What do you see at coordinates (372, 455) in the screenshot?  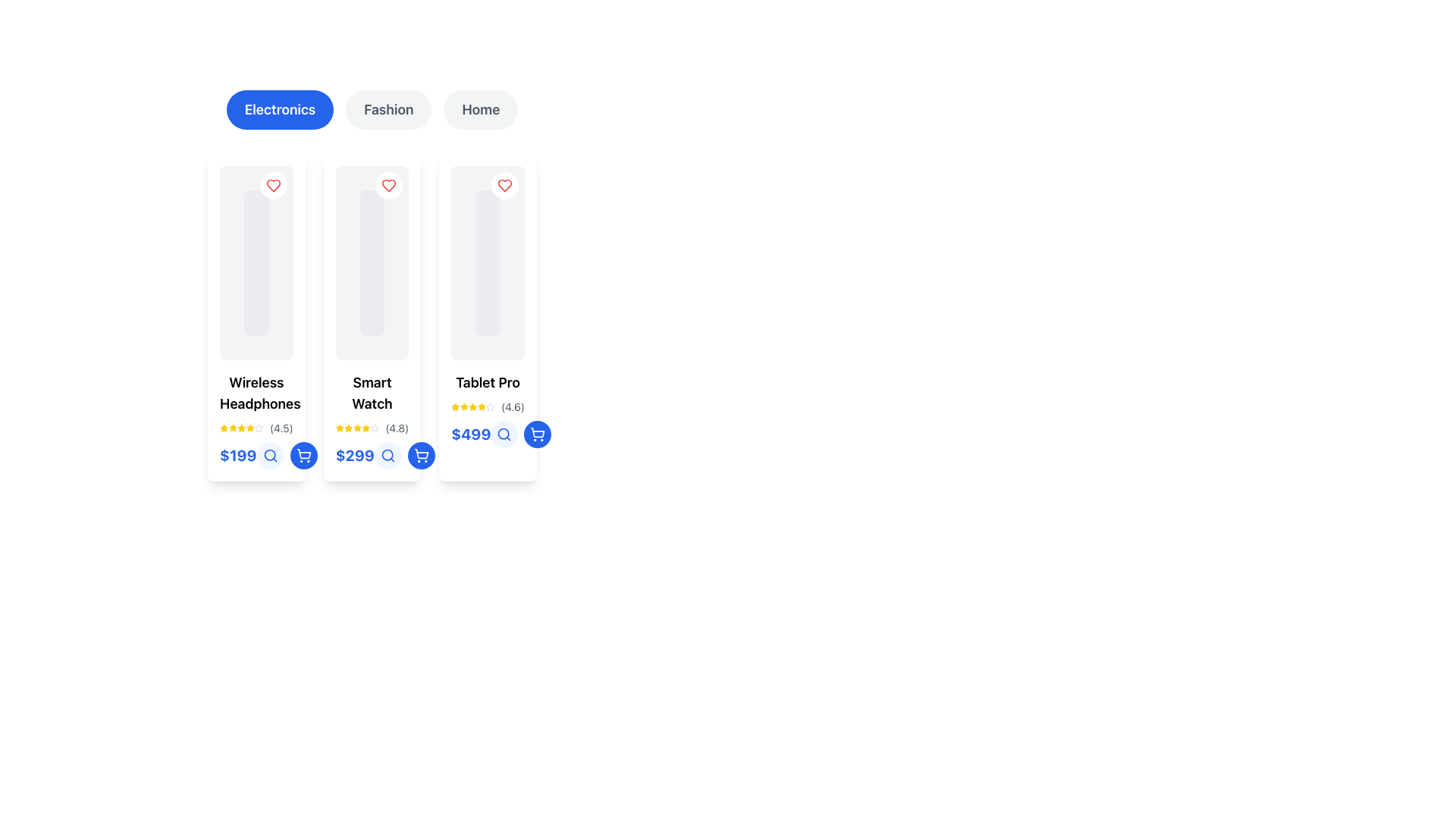 I see `the Price tag element displaying '$299' in bold, blue font located at the bottom of the 'Smart Watch' product card` at bounding box center [372, 455].